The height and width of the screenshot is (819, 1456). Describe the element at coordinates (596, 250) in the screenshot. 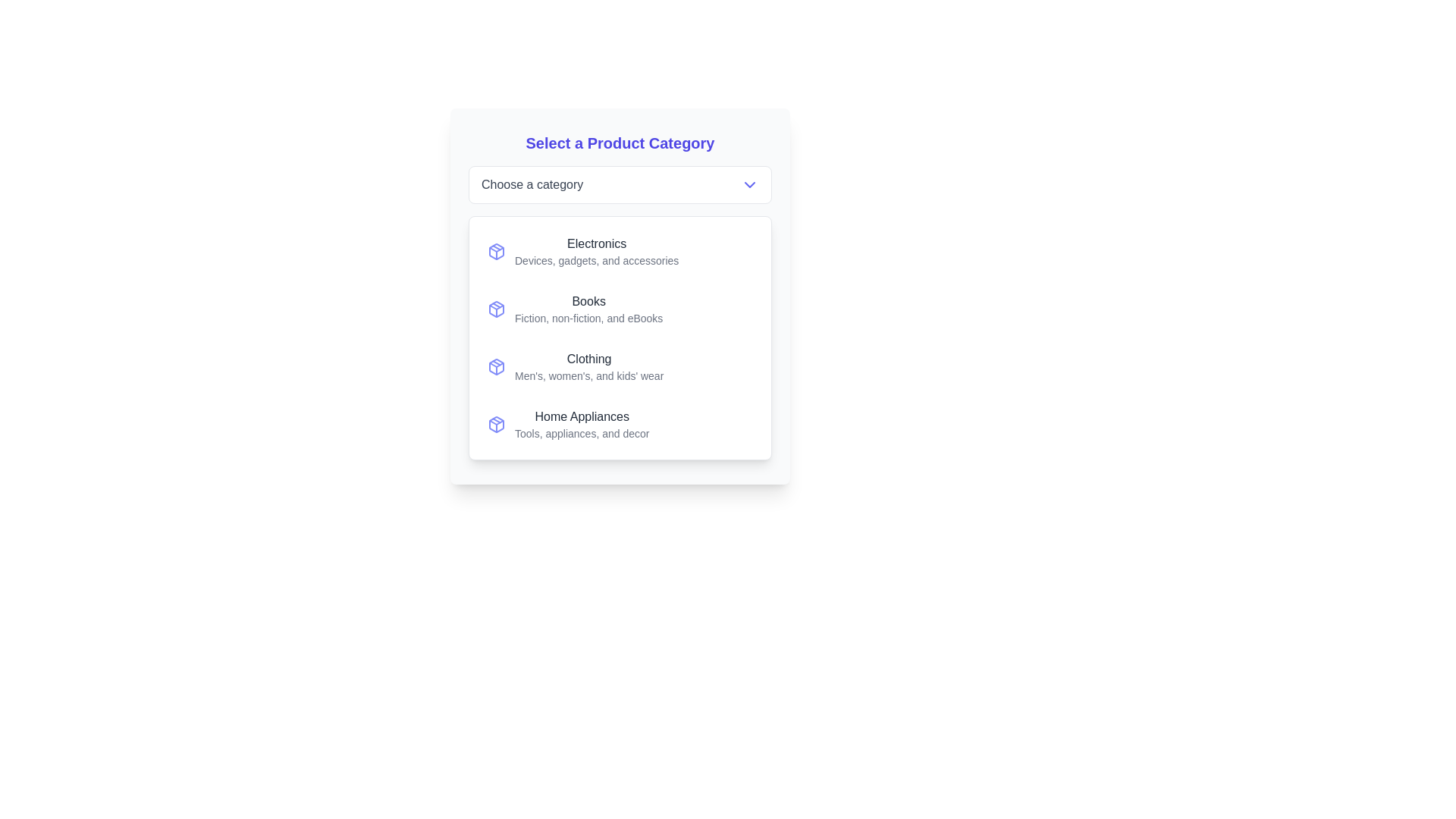

I see `the first list item in the dropdown menu for product categories, which represents the Electronics category and includes a box icon` at that location.